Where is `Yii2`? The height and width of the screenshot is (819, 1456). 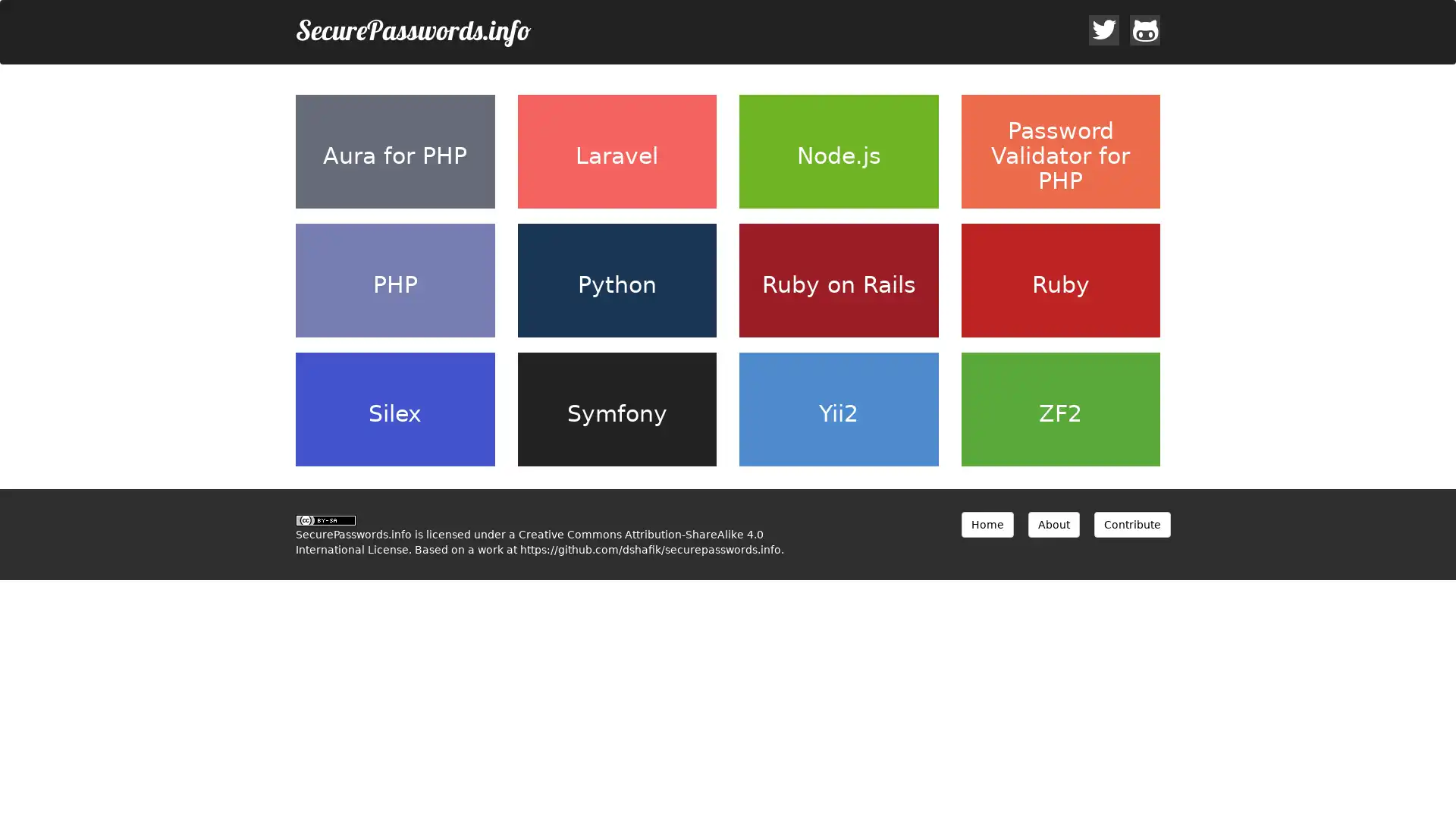 Yii2 is located at coordinates (837, 409).